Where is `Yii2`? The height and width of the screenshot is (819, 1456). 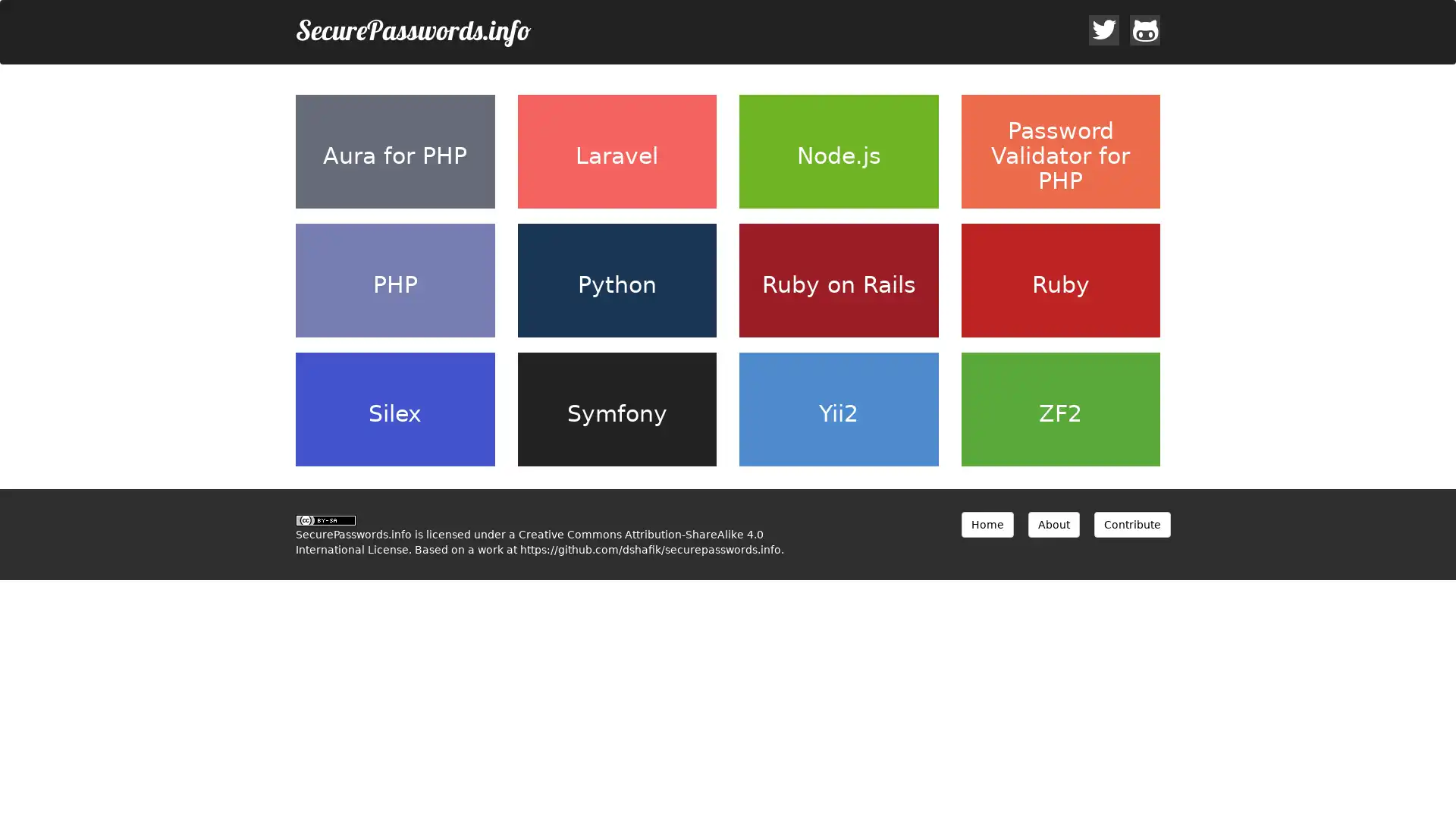 Yii2 is located at coordinates (837, 409).